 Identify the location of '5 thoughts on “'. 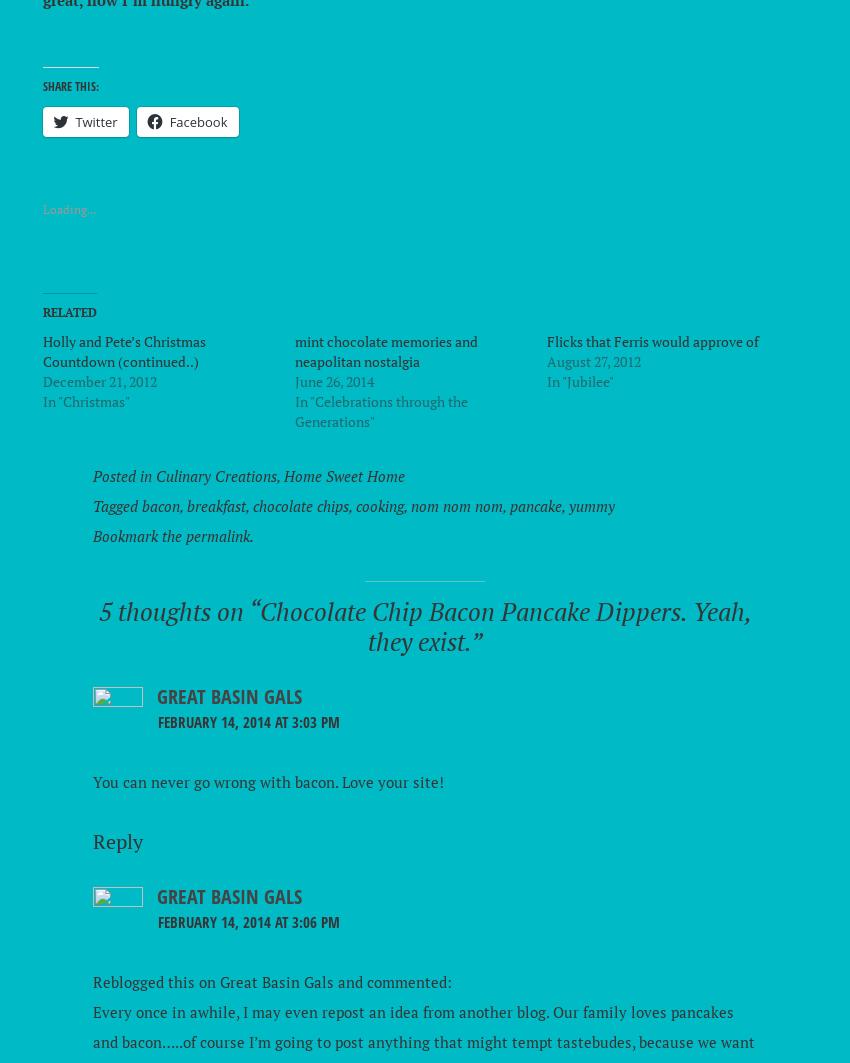
(177, 610).